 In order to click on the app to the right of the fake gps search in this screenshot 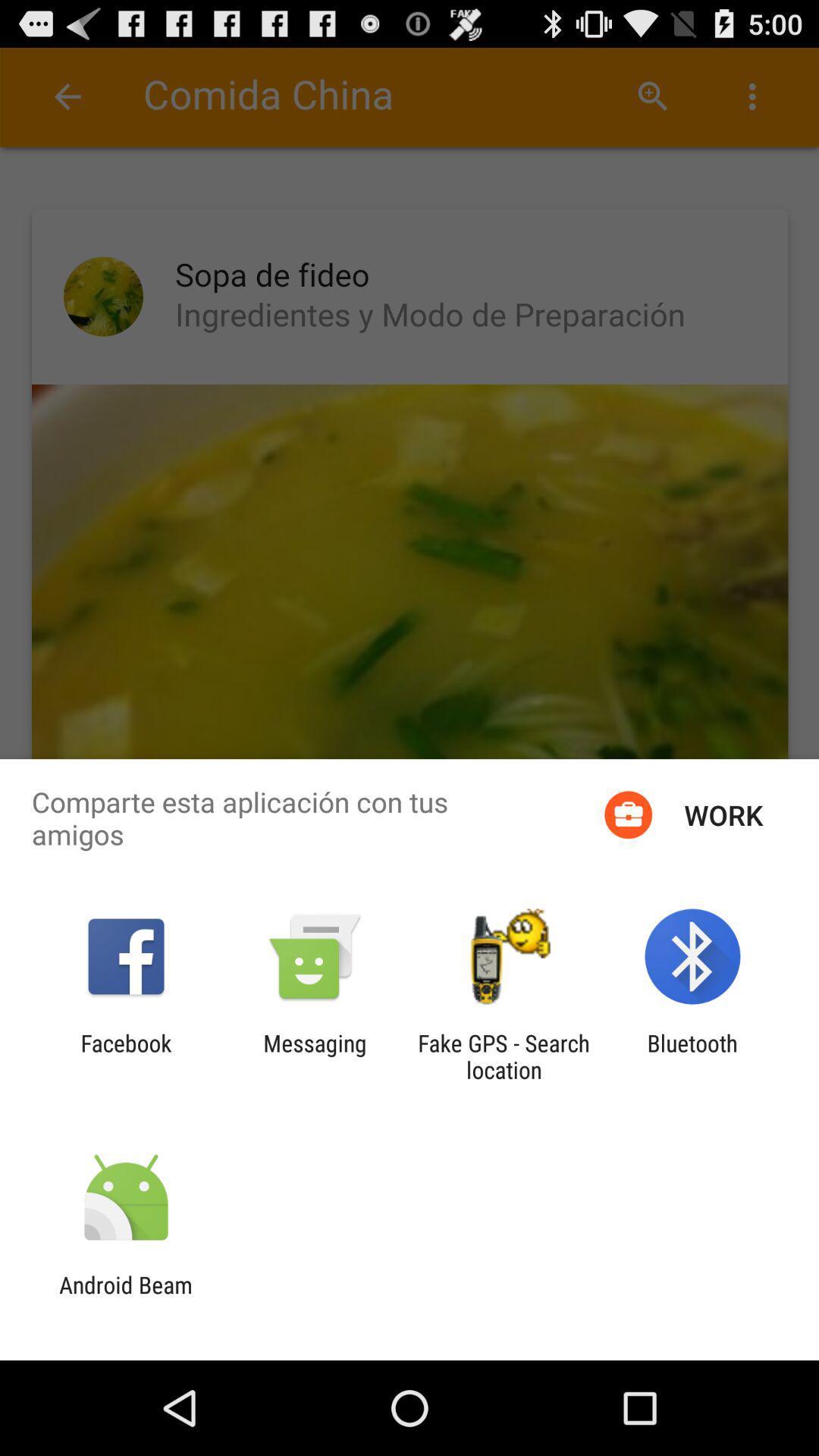, I will do `click(692, 1056)`.